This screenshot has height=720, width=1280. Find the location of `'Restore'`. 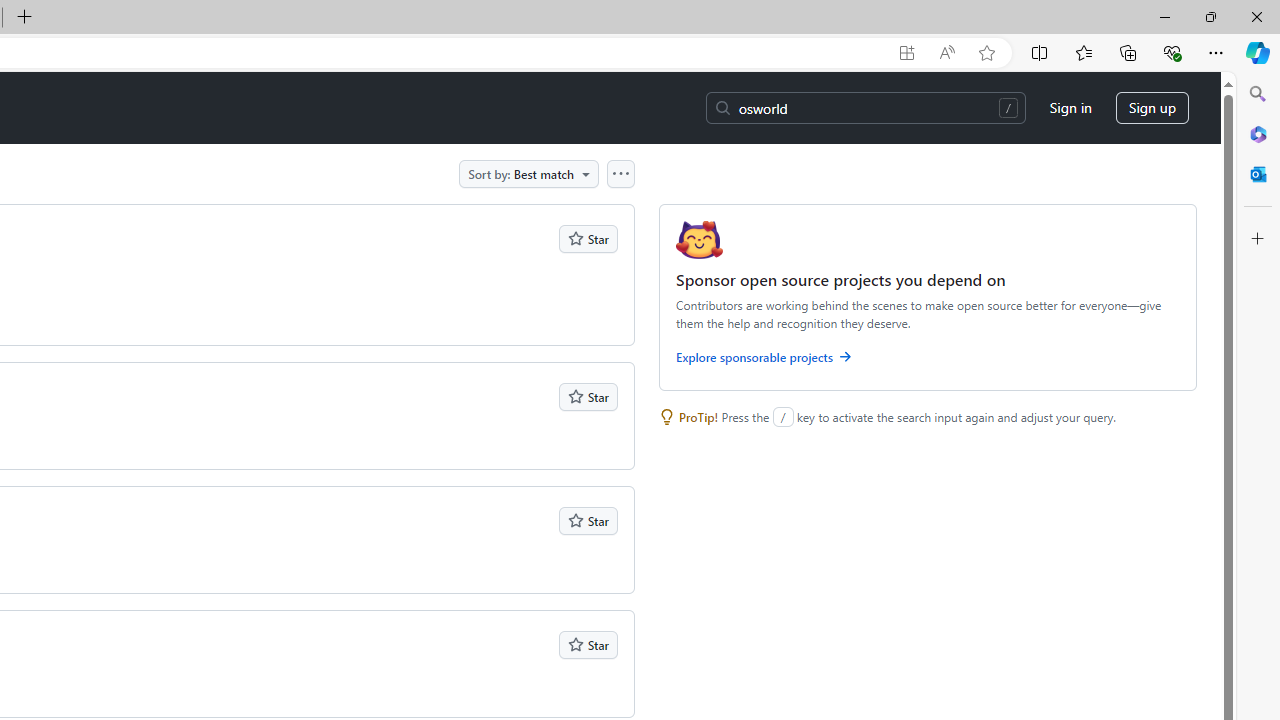

'Restore' is located at coordinates (1209, 16).